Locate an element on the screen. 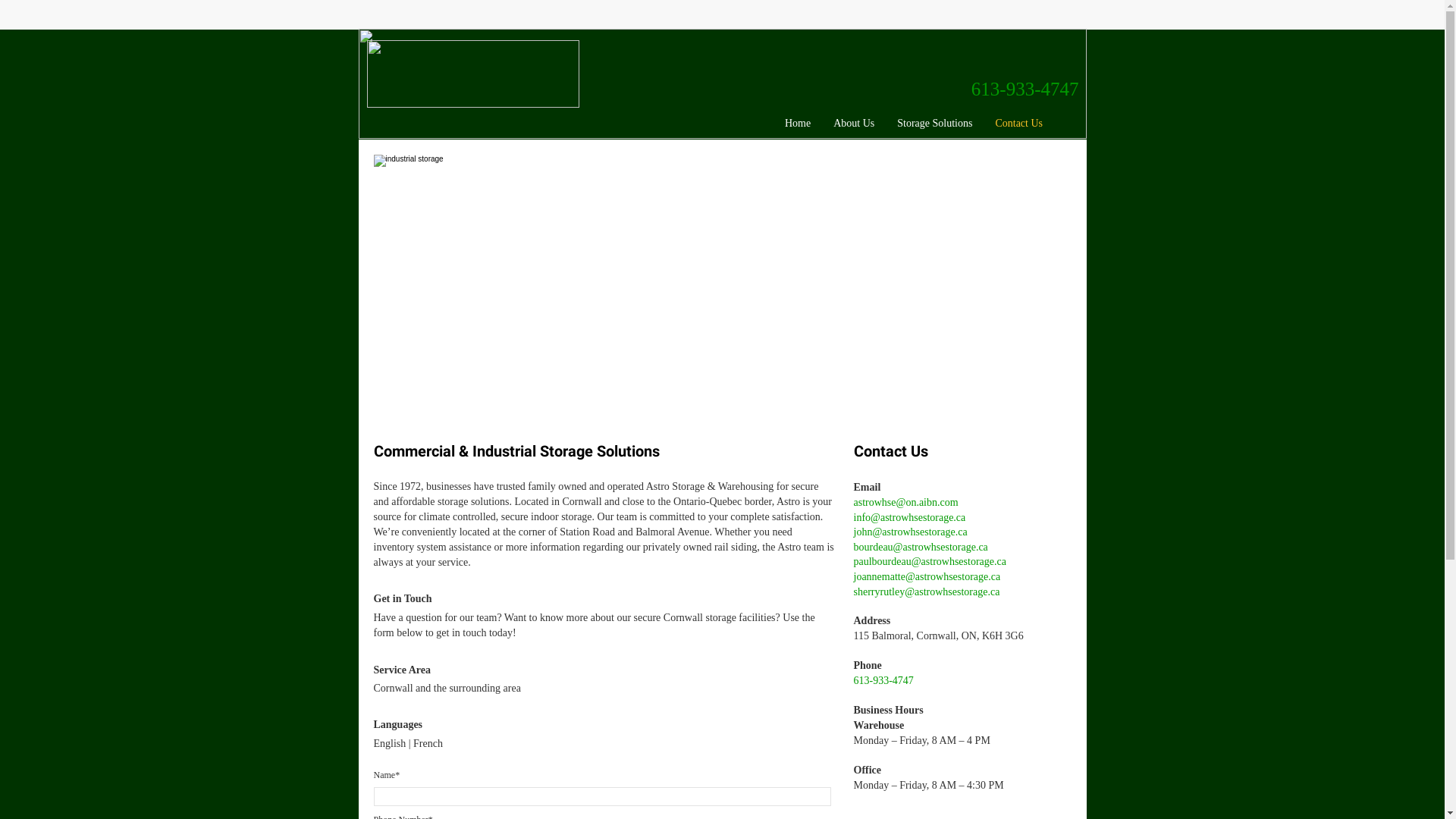  'sherryrutley@astrowhsestorage.ca' is located at coordinates (926, 591).